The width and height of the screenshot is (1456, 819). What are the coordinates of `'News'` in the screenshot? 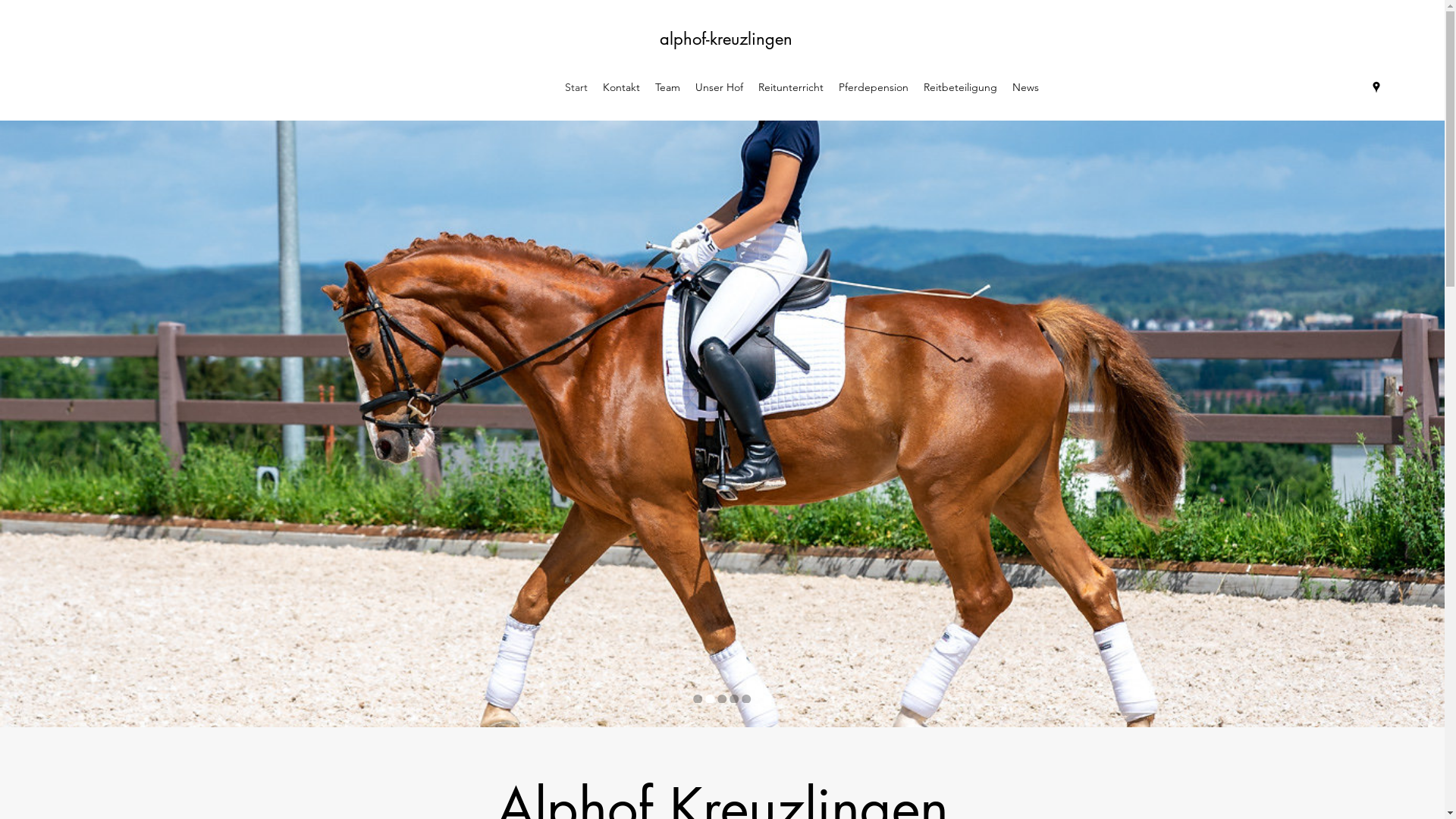 It's located at (1025, 87).